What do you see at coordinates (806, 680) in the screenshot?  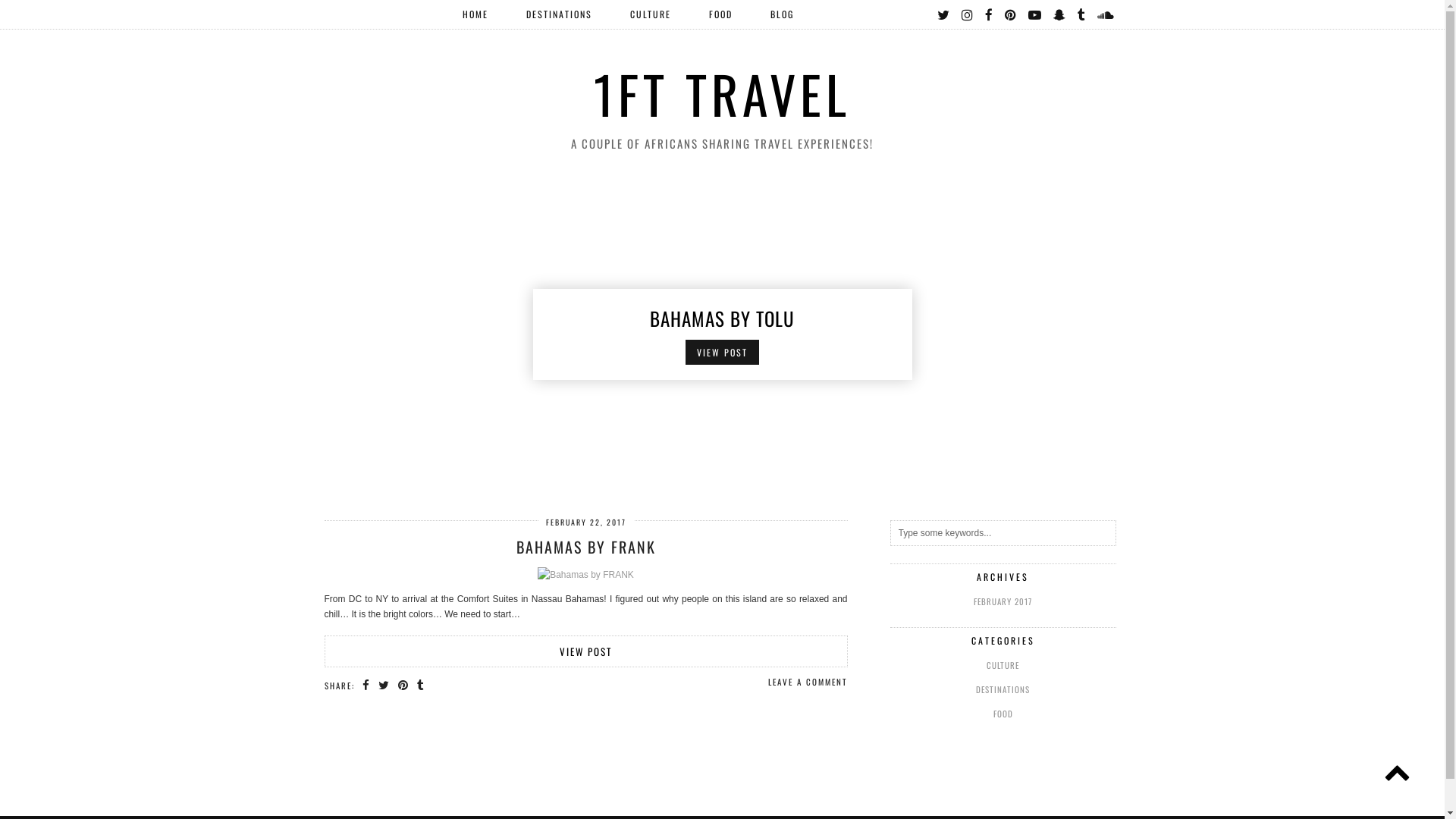 I see `'LEAVE A COMMENT'` at bounding box center [806, 680].